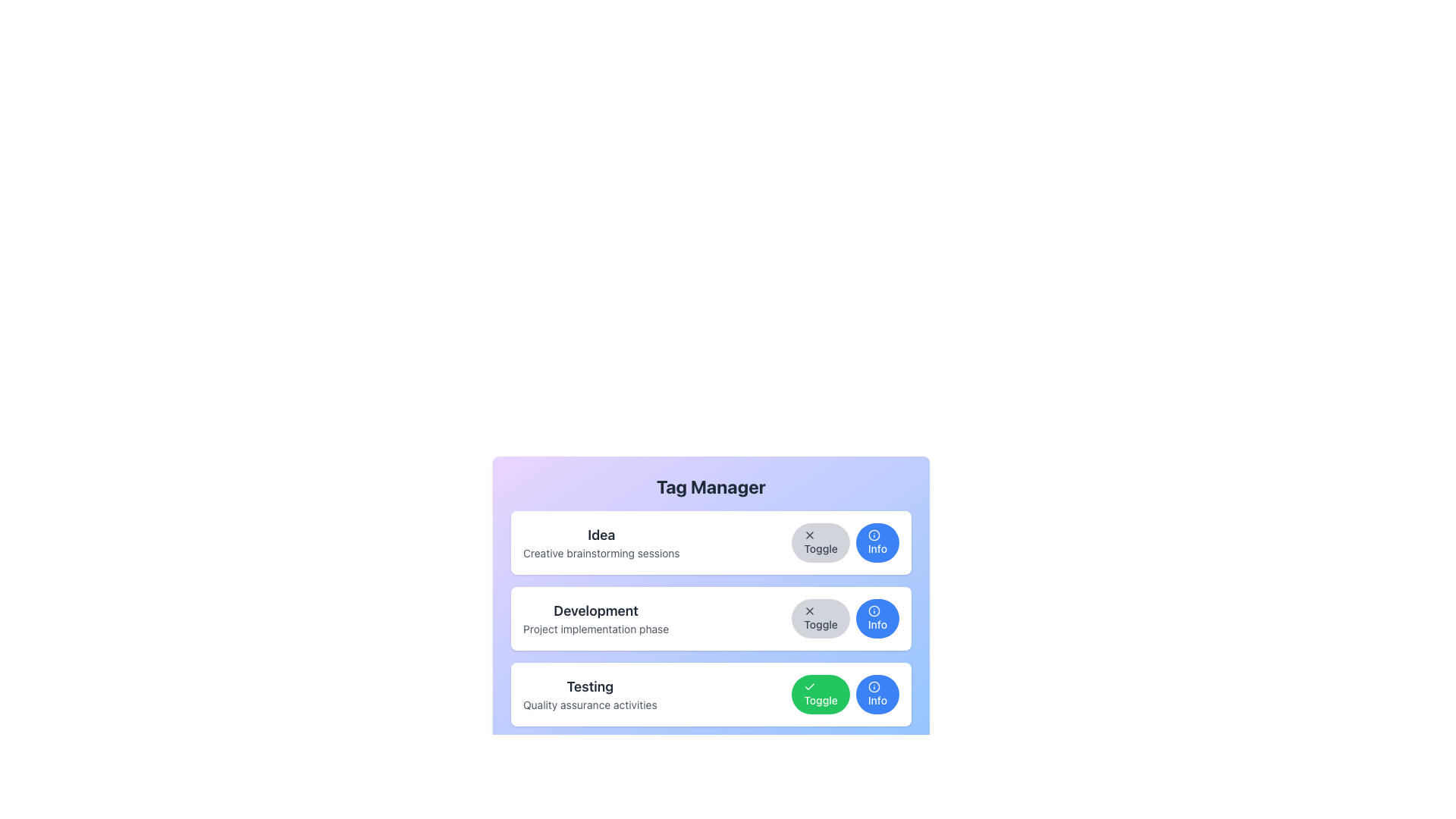 This screenshot has width=1456, height=819. What do you see at coordinates (809, 610) in the screenshot?
I see `the icon indicating a negative or inactive state within the 'Development' card section, located to the left of the 'Toggle' label` at bounding box center [809, 610].